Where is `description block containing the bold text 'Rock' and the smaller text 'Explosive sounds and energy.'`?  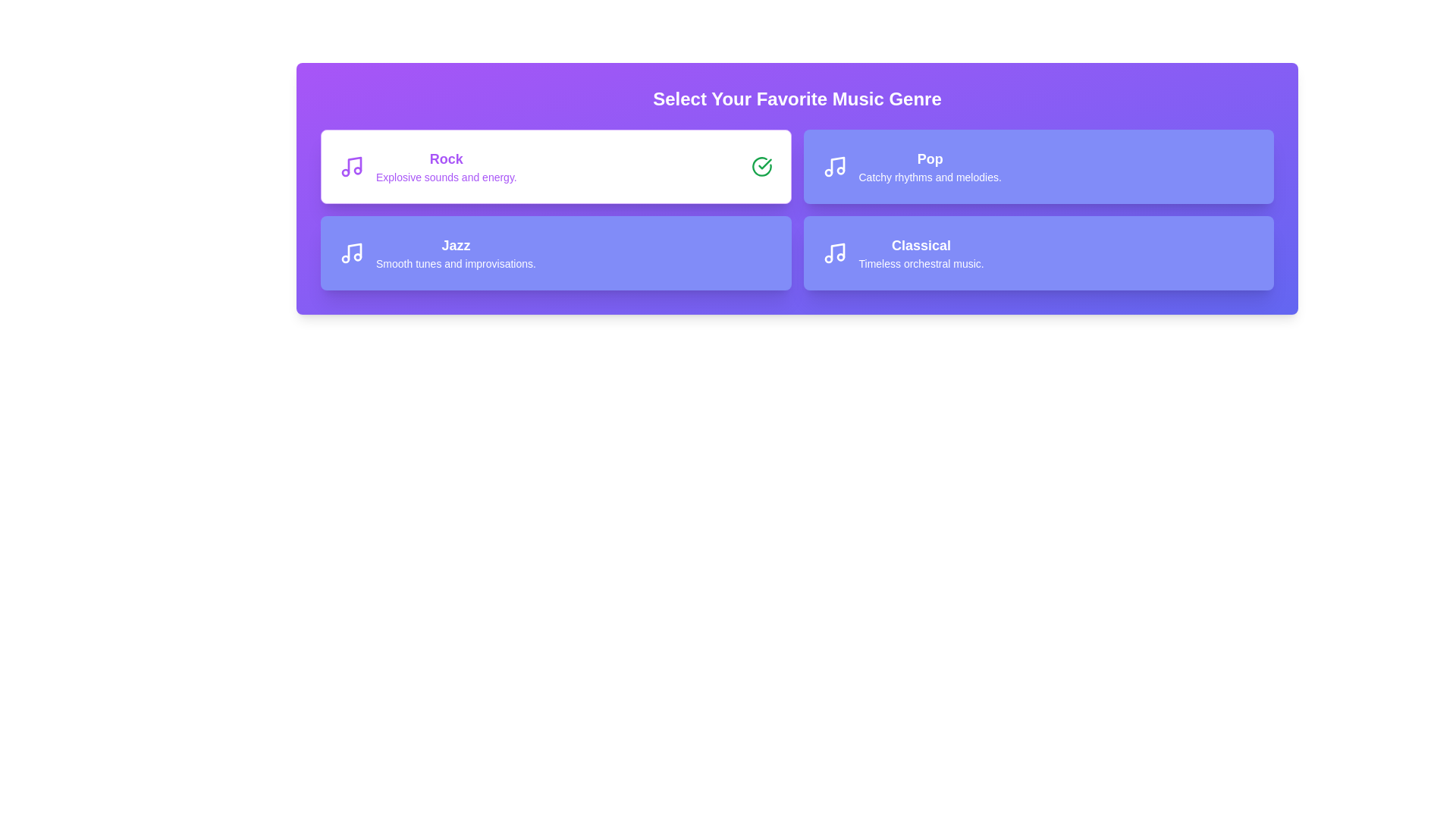
description block containing the bold text 'Rock' and the smaller text 'Explosive sounds and energy.' is located at coordinates (445, 166).